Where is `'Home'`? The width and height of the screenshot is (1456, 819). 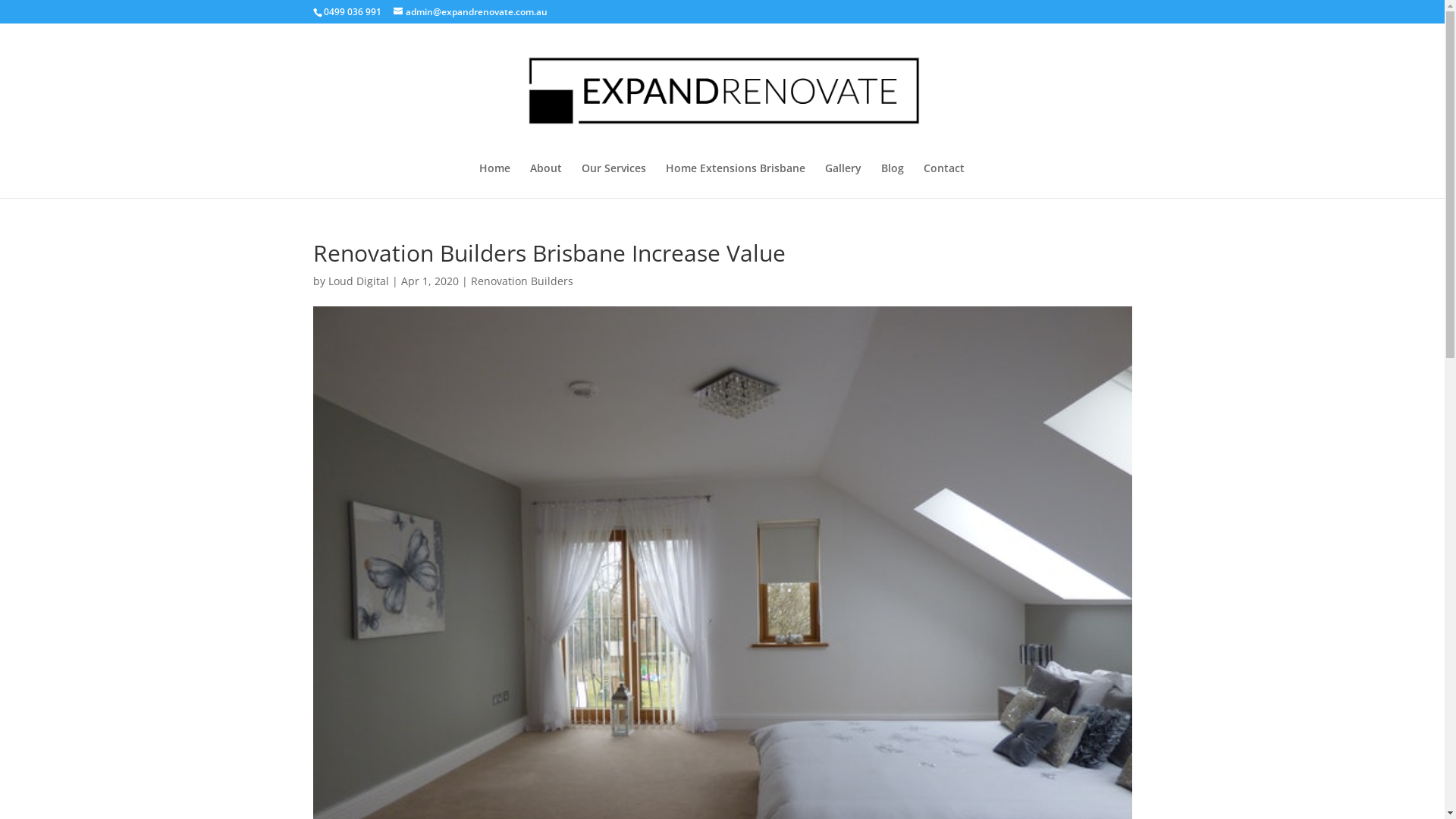
'Home' is located at coordinates (494, 180).